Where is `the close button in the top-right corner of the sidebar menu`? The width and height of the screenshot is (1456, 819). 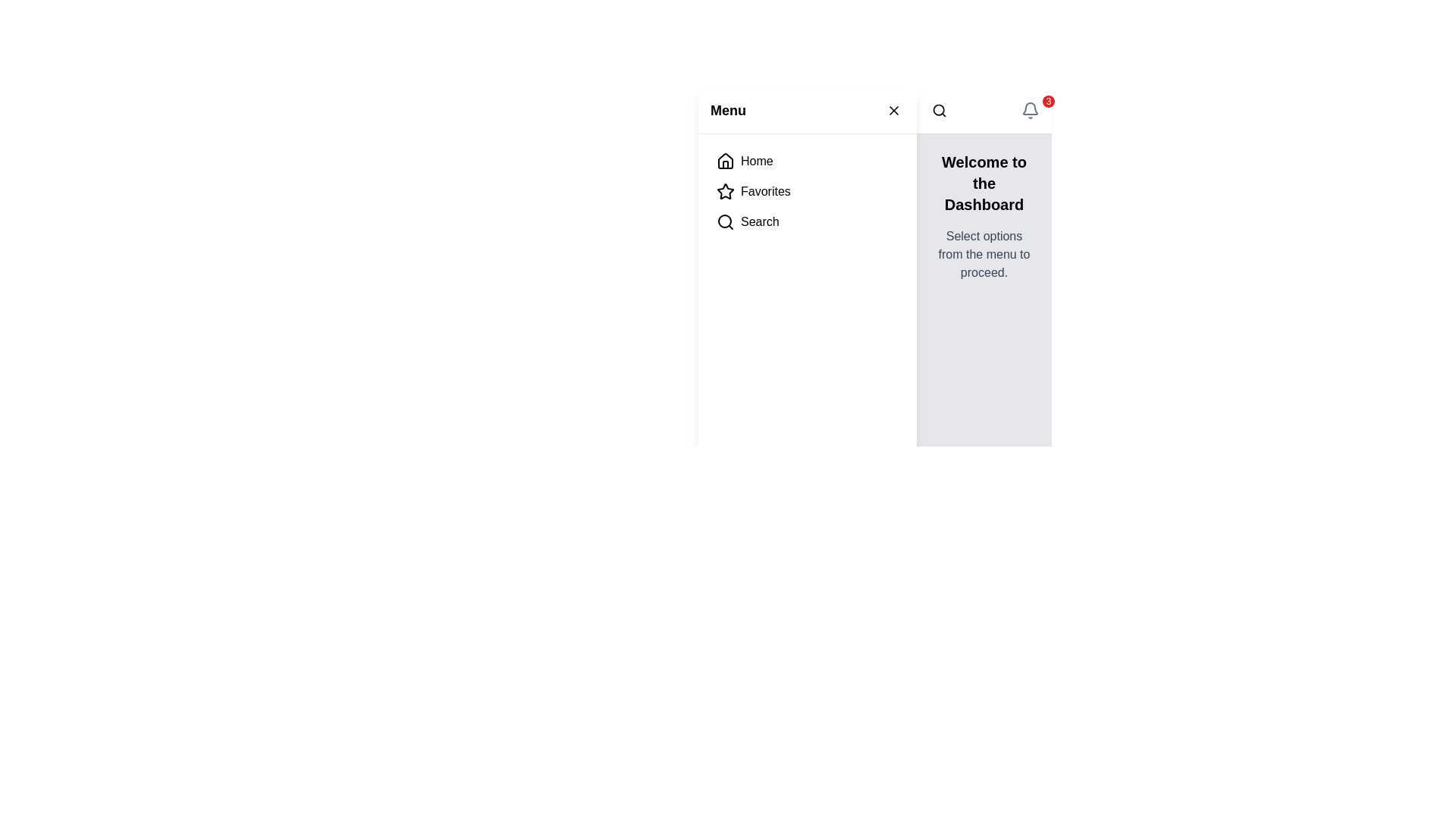 the close button in the top-right corner of the sidebar menu is located at coordinates (894, 110).